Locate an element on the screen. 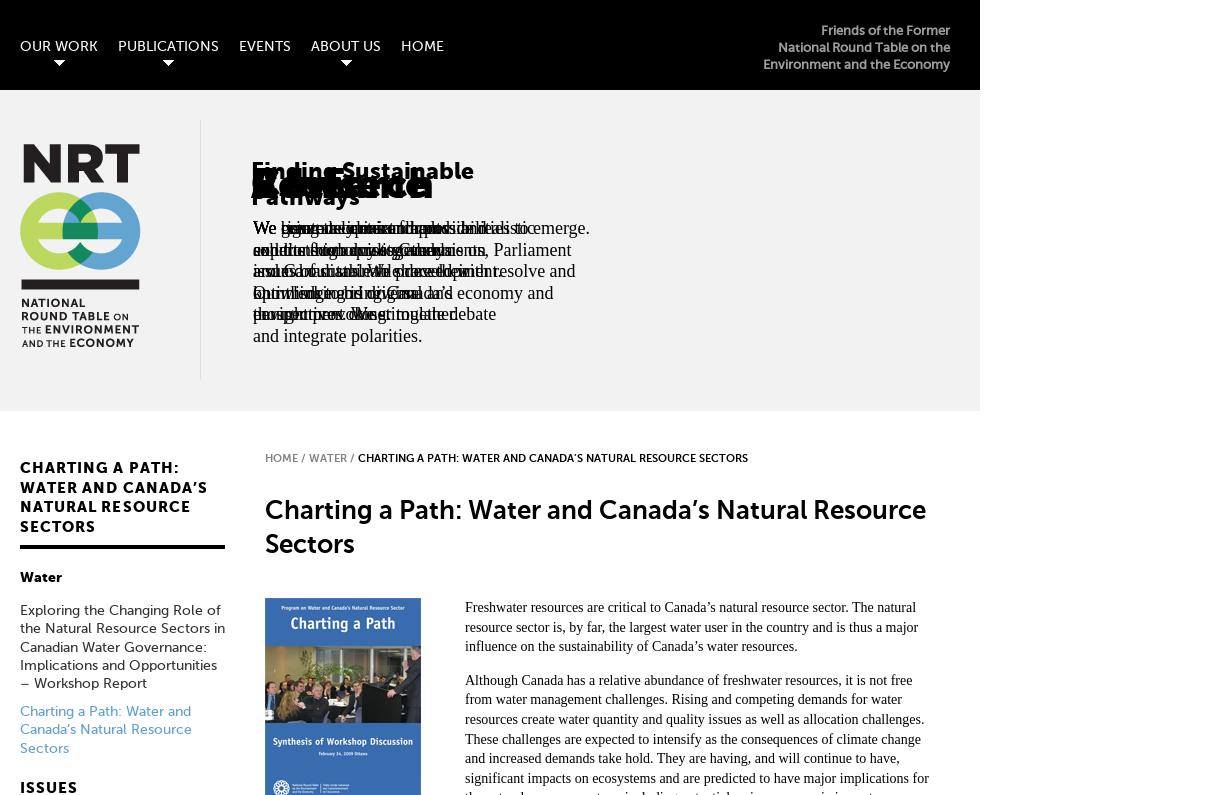 This screenshot has width=1220, height=795. 'Environment and the Economy' is located at coordinates (856, 64).